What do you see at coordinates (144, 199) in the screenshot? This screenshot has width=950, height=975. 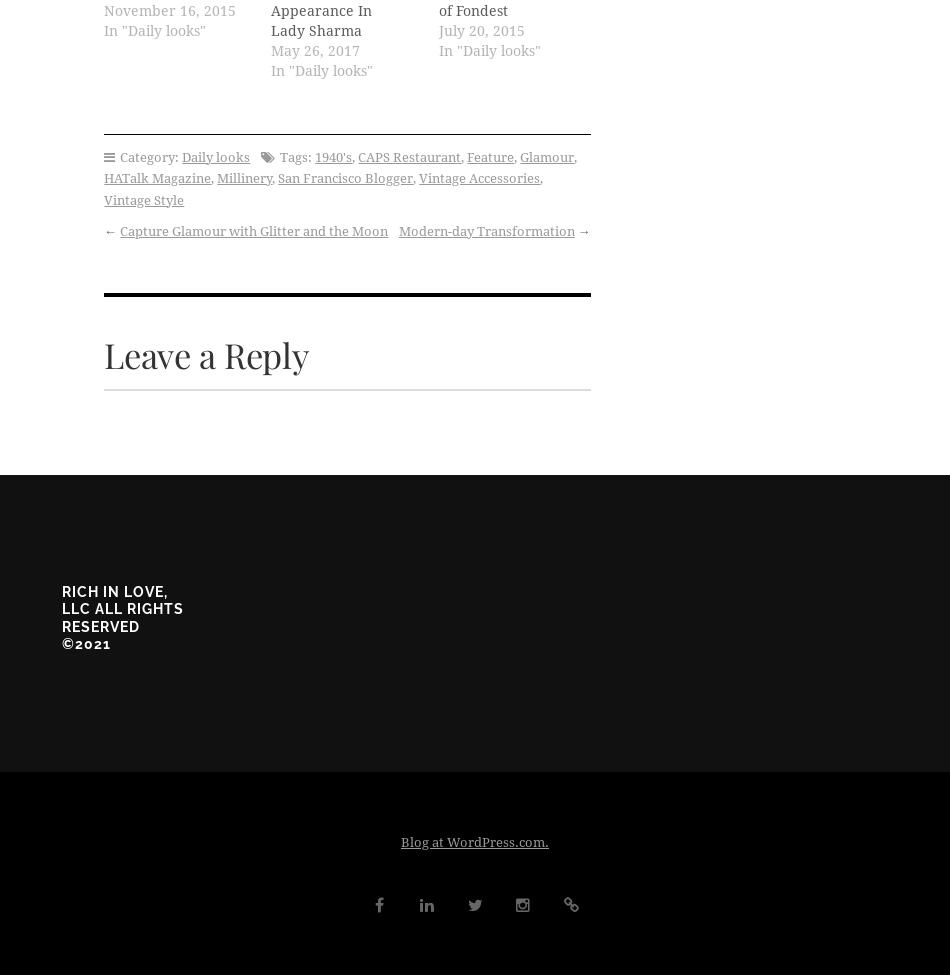 I see `'Vintage Style'` at bounding box center [144, 199].